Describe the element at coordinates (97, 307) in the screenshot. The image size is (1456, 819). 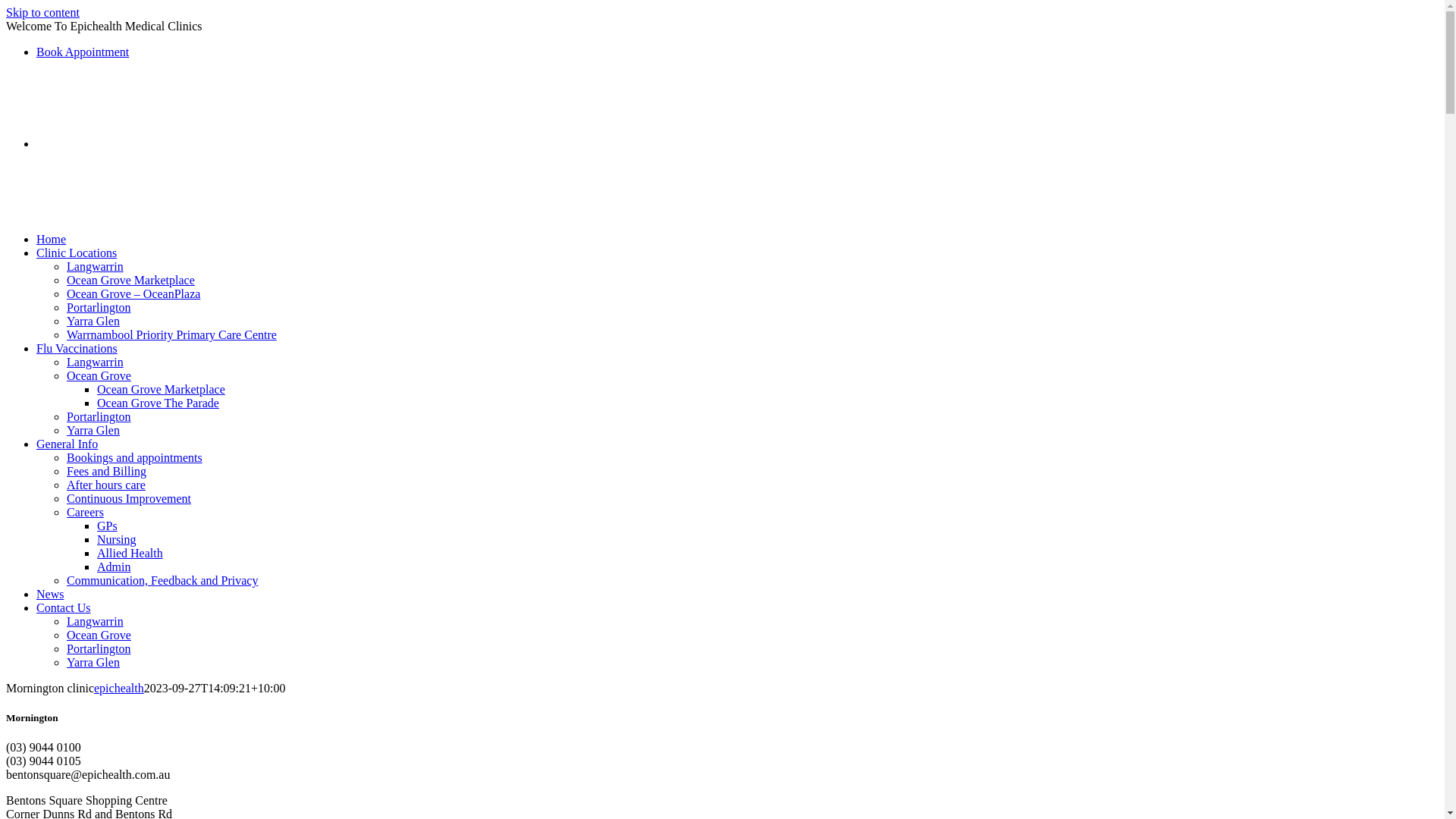
I see `'Portarlington'` at that location.